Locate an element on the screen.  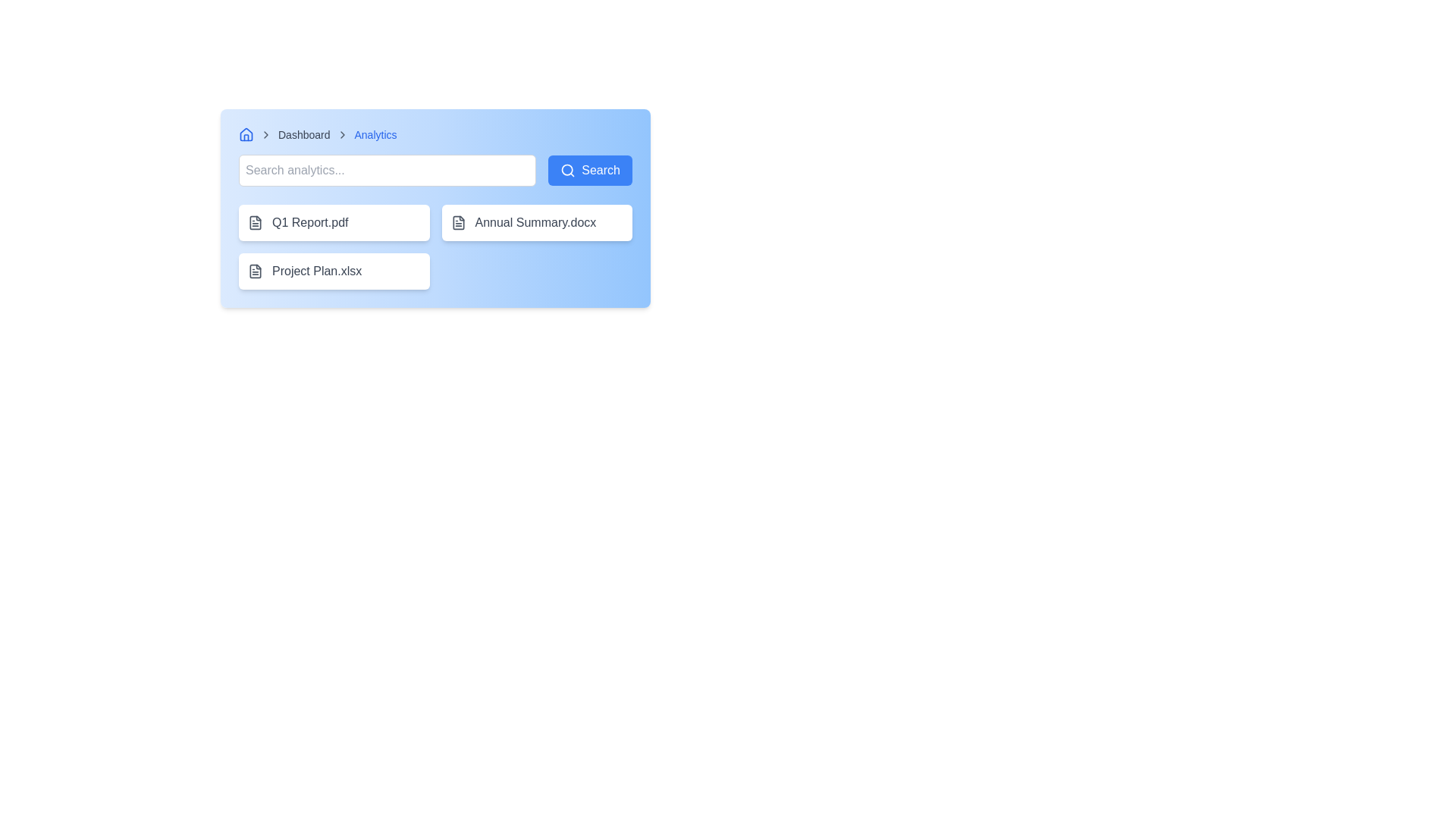
the document file icon within the SVG graphic is located at coordinates (457, 222).